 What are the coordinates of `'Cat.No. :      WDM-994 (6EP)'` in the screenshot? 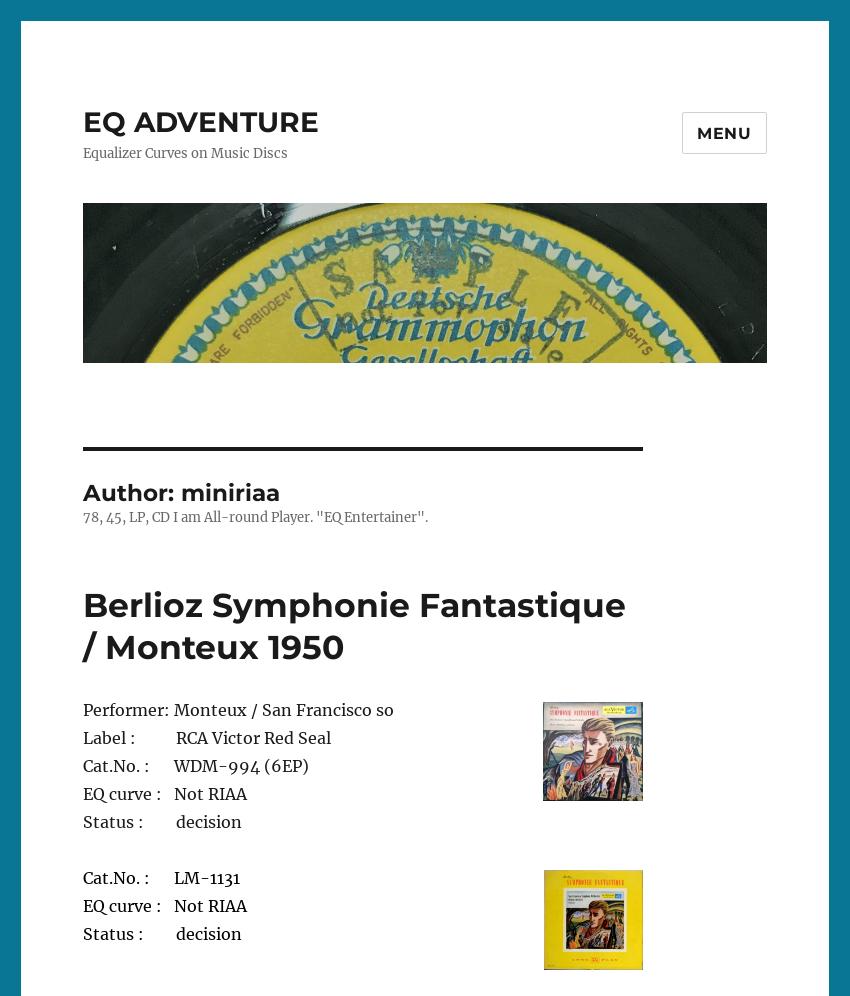 It's located at (195, 765).